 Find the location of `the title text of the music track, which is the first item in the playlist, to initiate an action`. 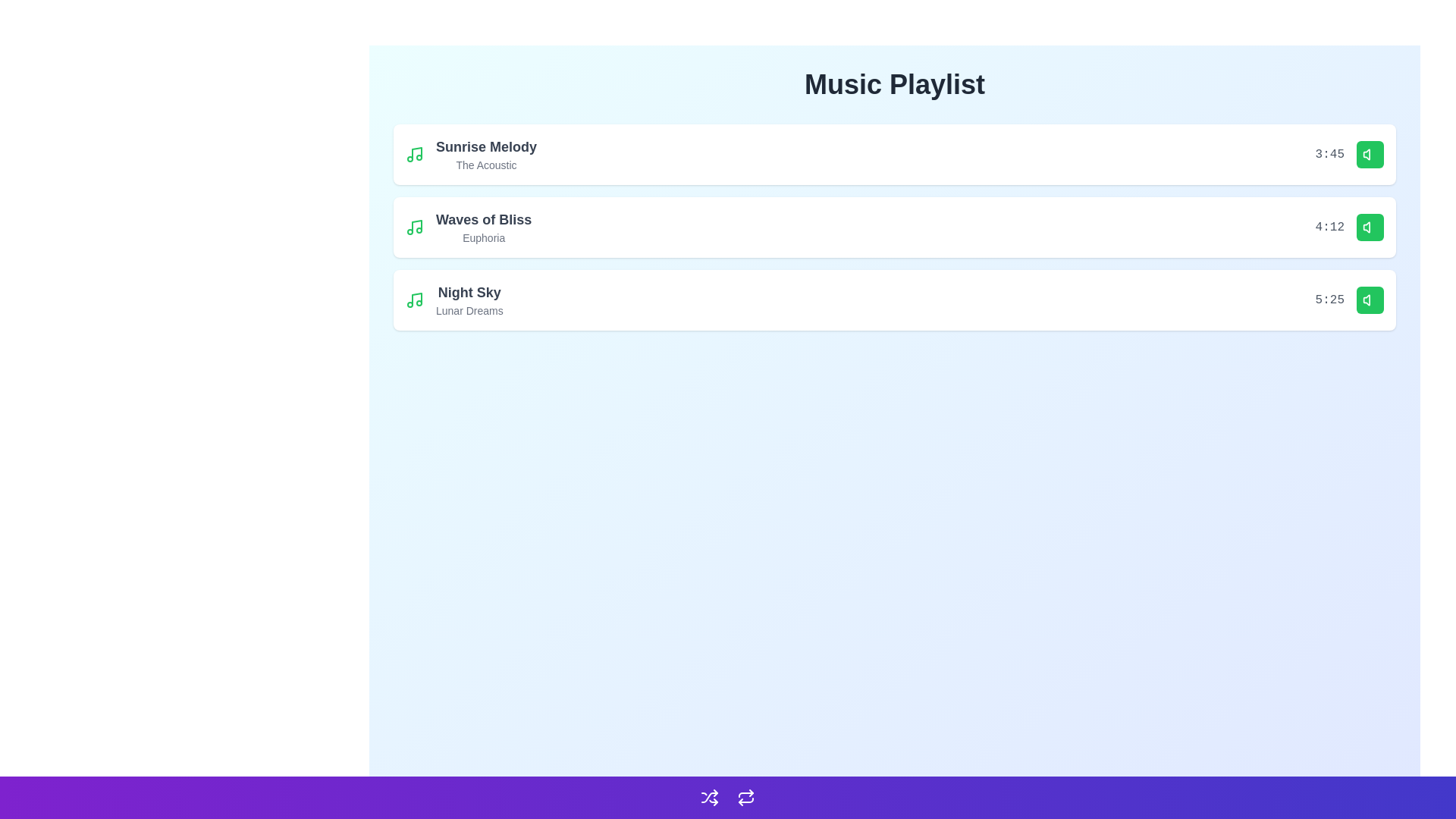

the title text of the music track, which is the first item in the playlist, to initiate an action is located at coordinates (470, 155).